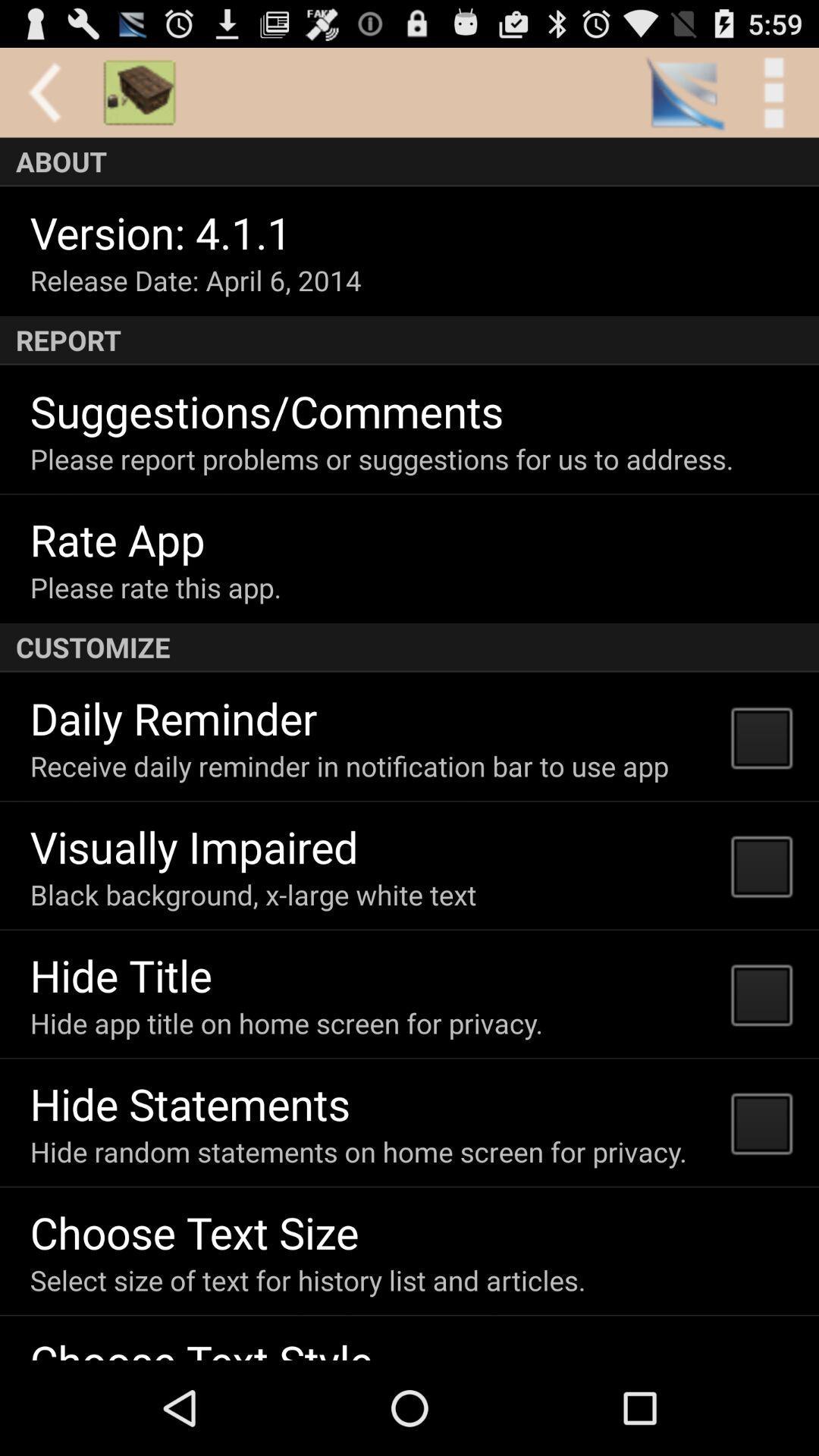 This screenshot has width=819, height=1456. I want to click on visually impaired item, so click(193, 846).